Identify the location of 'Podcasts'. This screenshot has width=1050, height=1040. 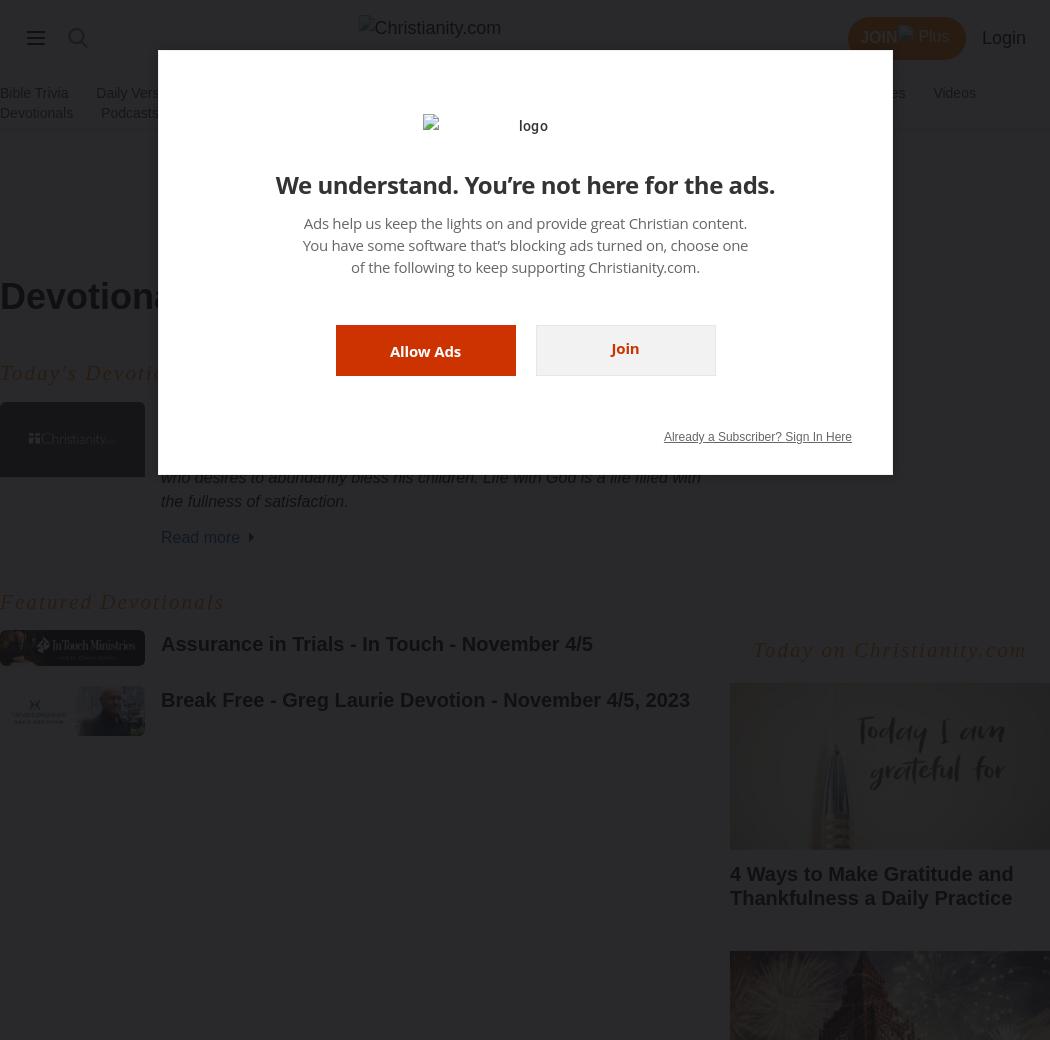
(128, 112).